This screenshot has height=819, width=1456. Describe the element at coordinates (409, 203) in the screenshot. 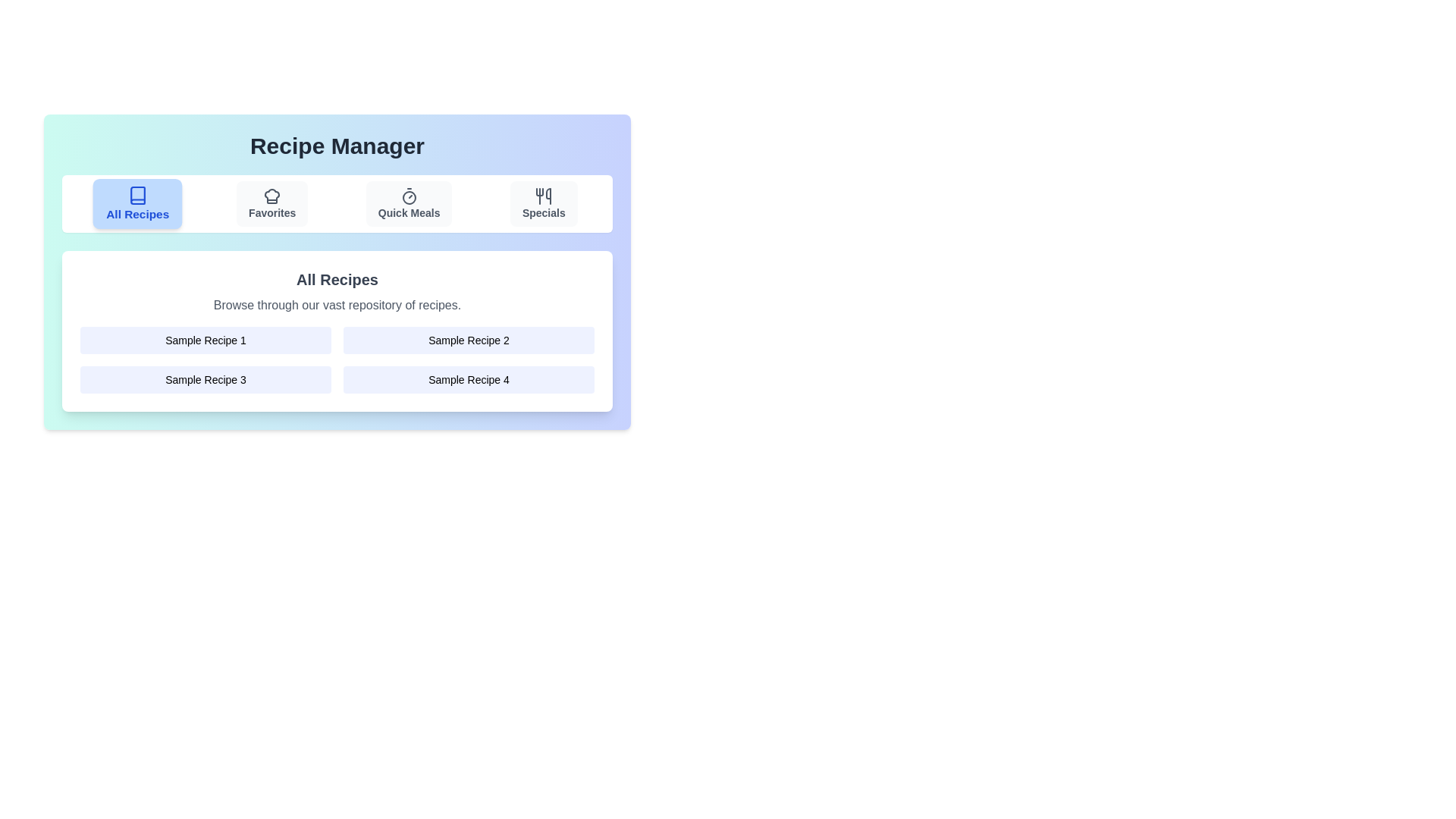

I see `the tab button labeled Quick Meals to see its interactive feedback` at that location.